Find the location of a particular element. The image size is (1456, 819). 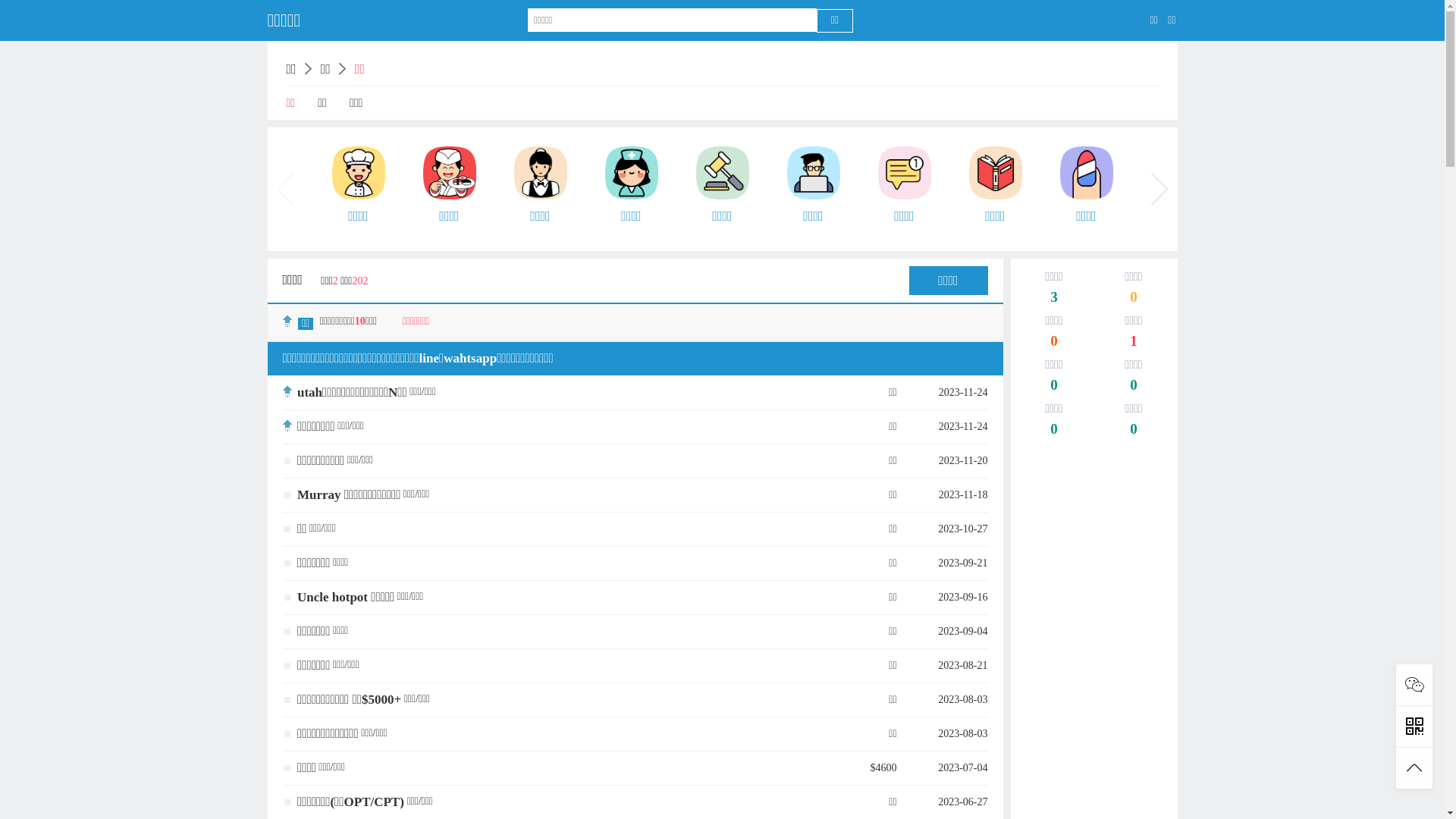

'1' is located at coordinates (1133, 342).